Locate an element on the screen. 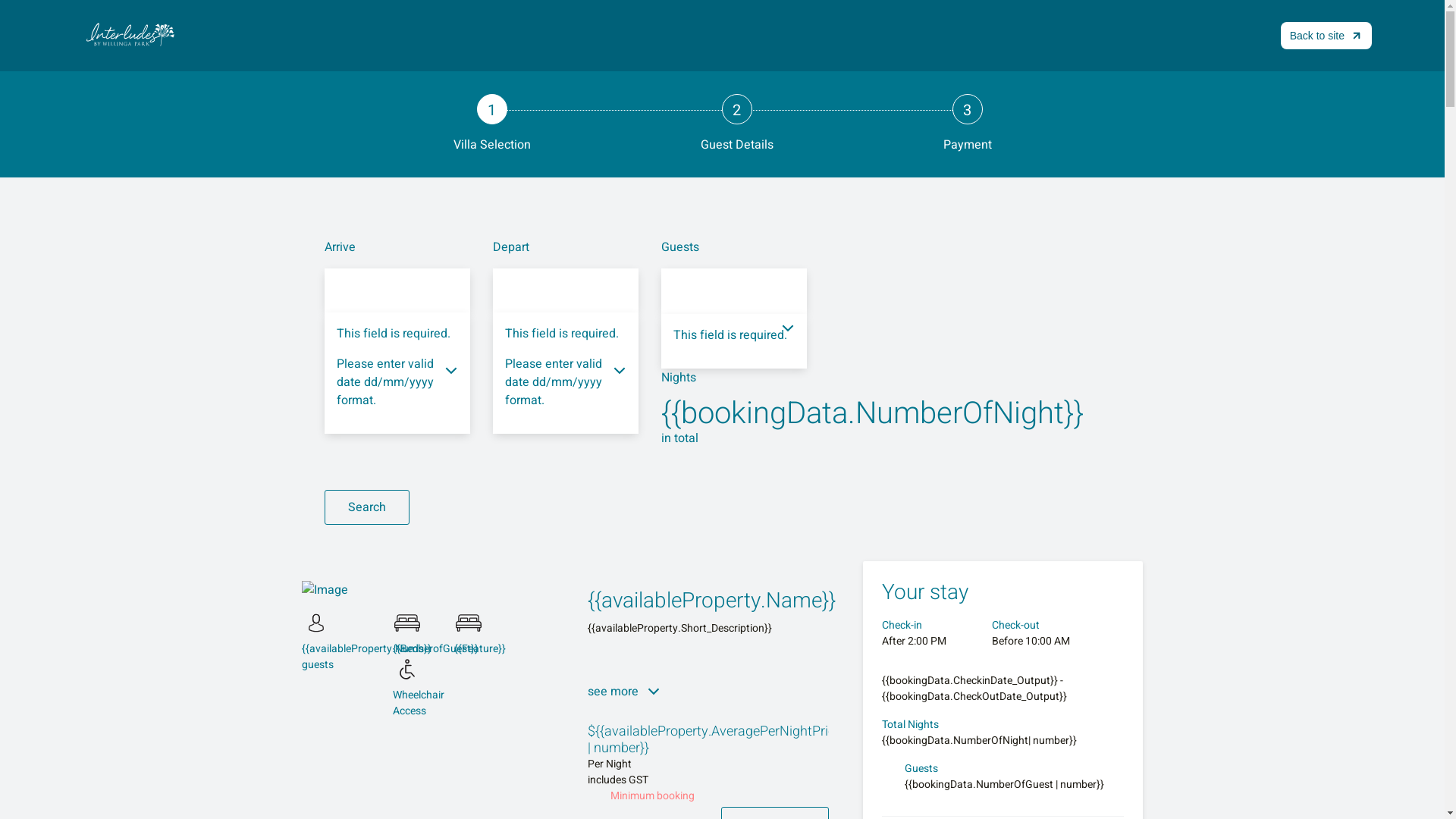 This screenshot has height=819, width=1456. 'Search' is located at coordinates (367, 507).